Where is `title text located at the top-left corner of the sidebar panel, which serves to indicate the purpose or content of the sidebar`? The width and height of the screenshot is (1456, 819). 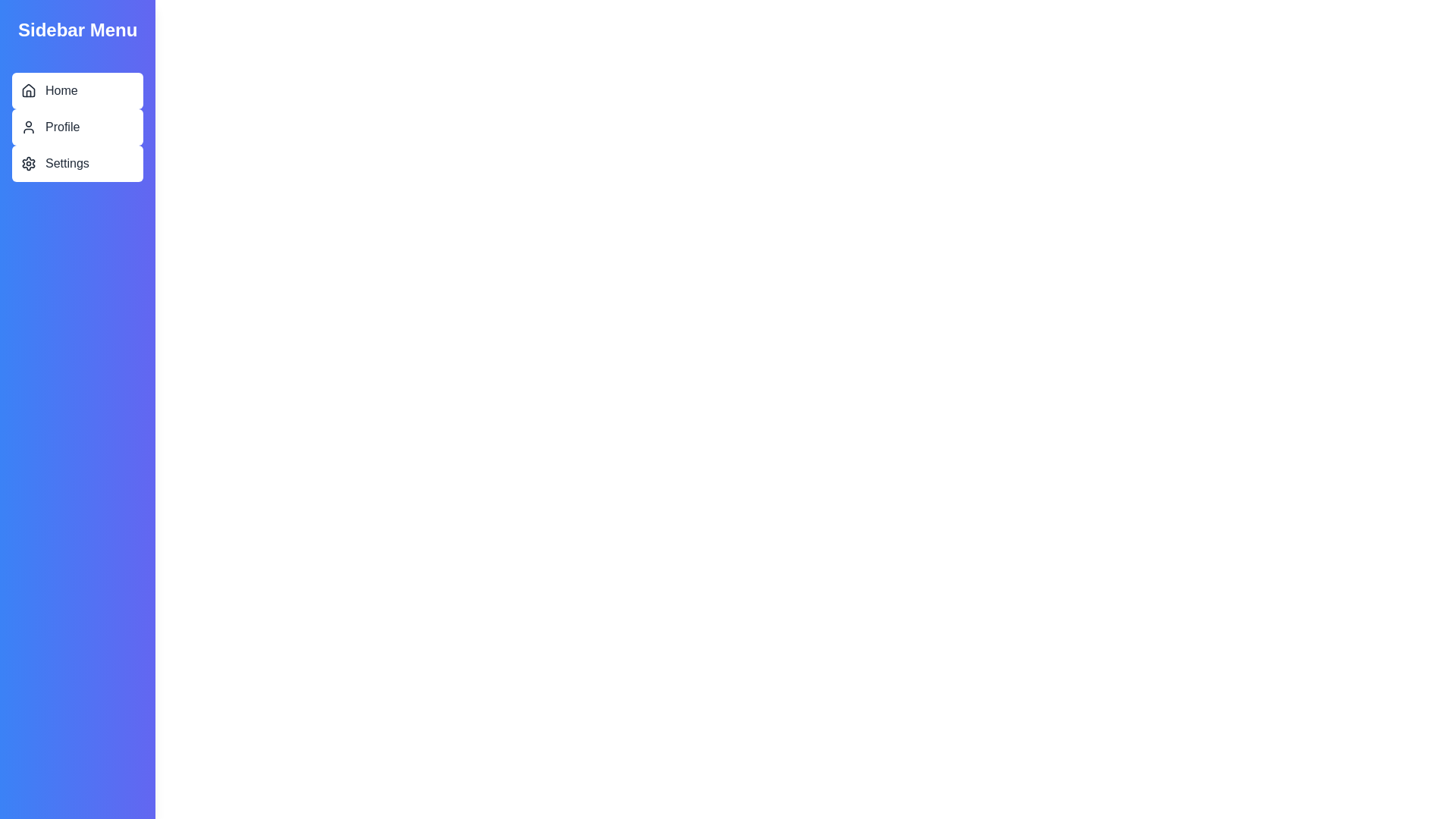
title text located at the top-left corner of the sidebar panel, which serves to indicate the purpose or content of the sidebar is located at coordinates (77, 30).